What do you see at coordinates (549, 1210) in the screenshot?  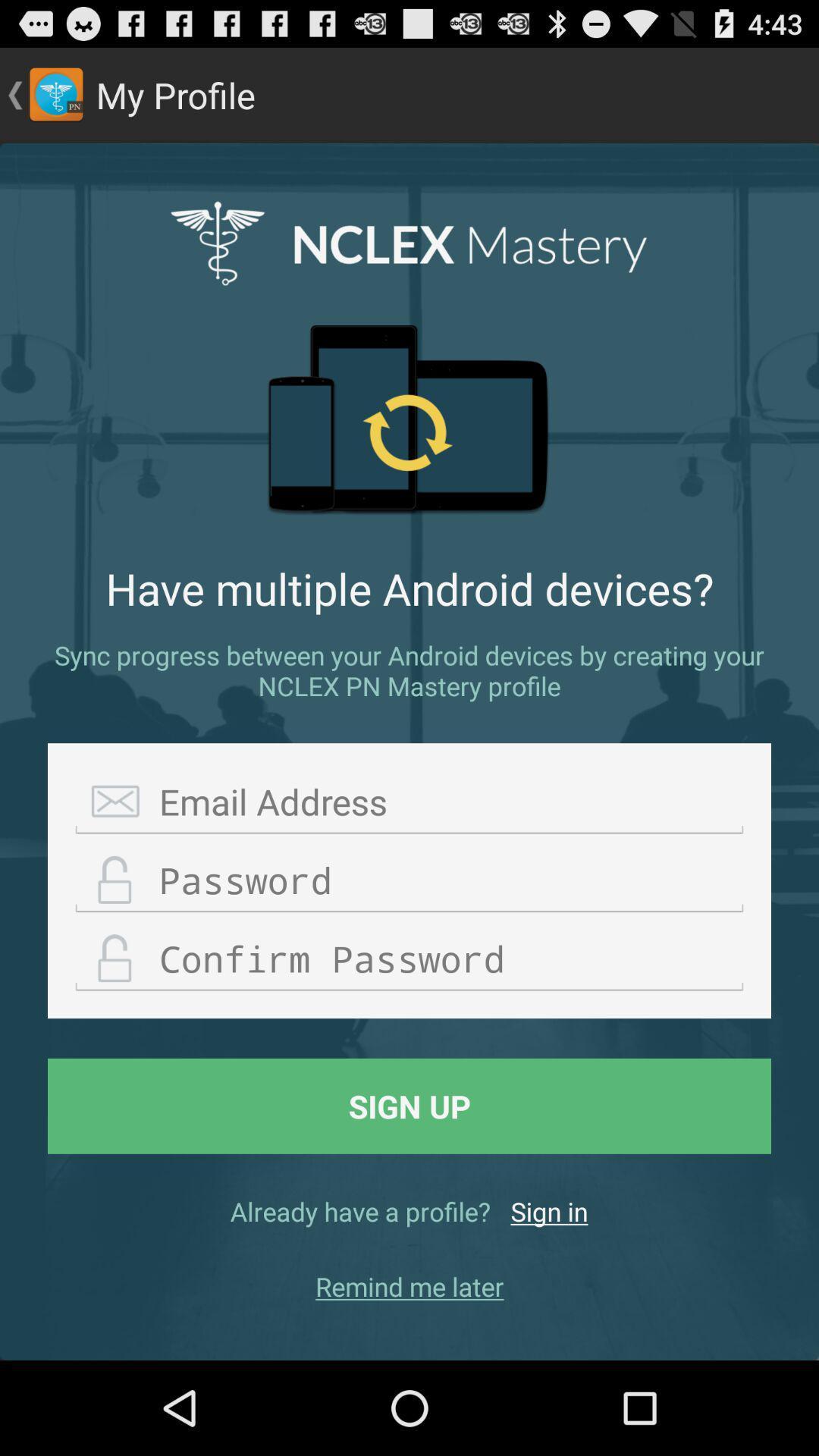 I see `item below the sign up button` at bounding box center [549, 1210].